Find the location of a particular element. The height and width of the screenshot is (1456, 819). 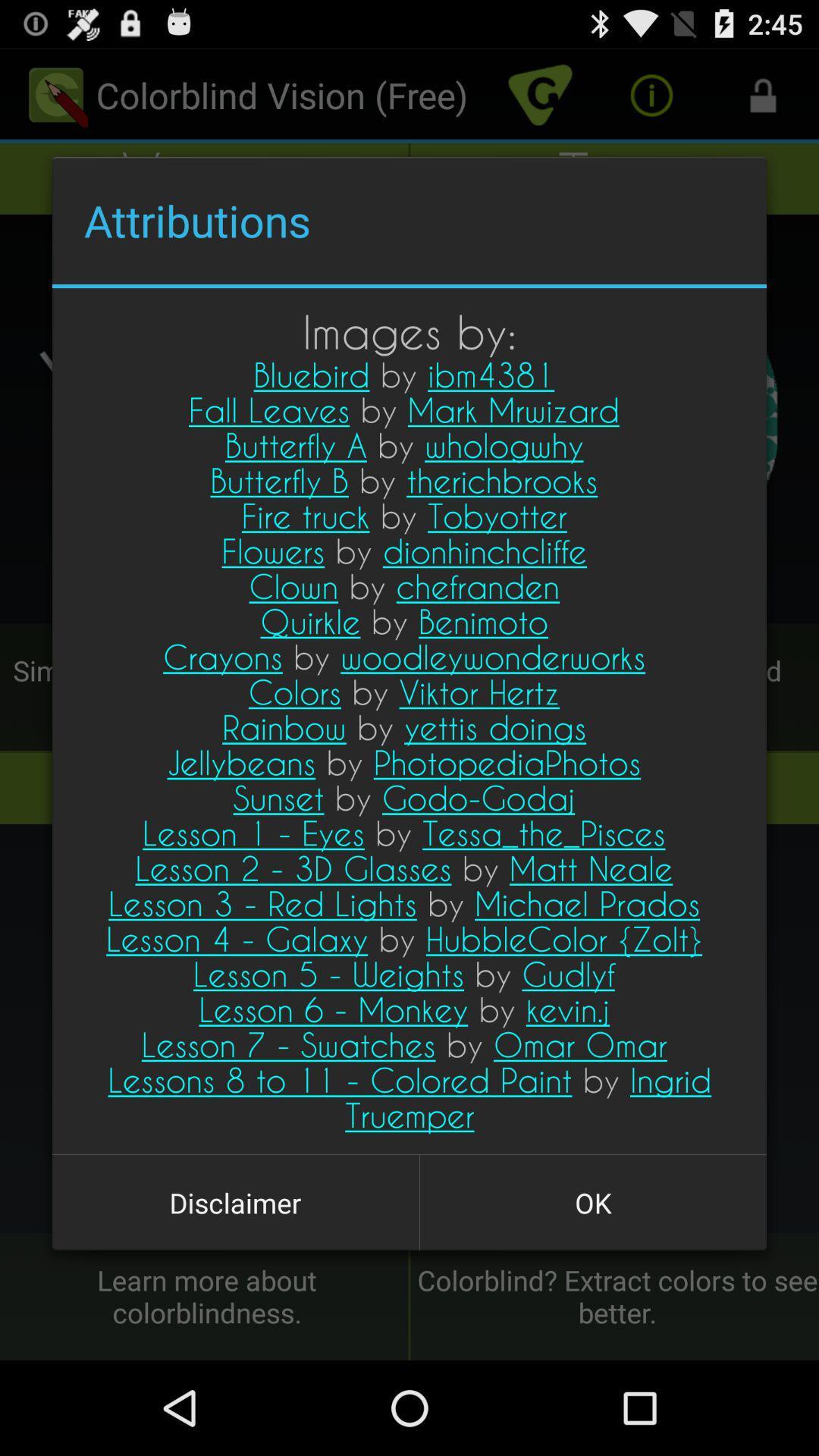

the ok icon is located at coordinates (592, 1202).